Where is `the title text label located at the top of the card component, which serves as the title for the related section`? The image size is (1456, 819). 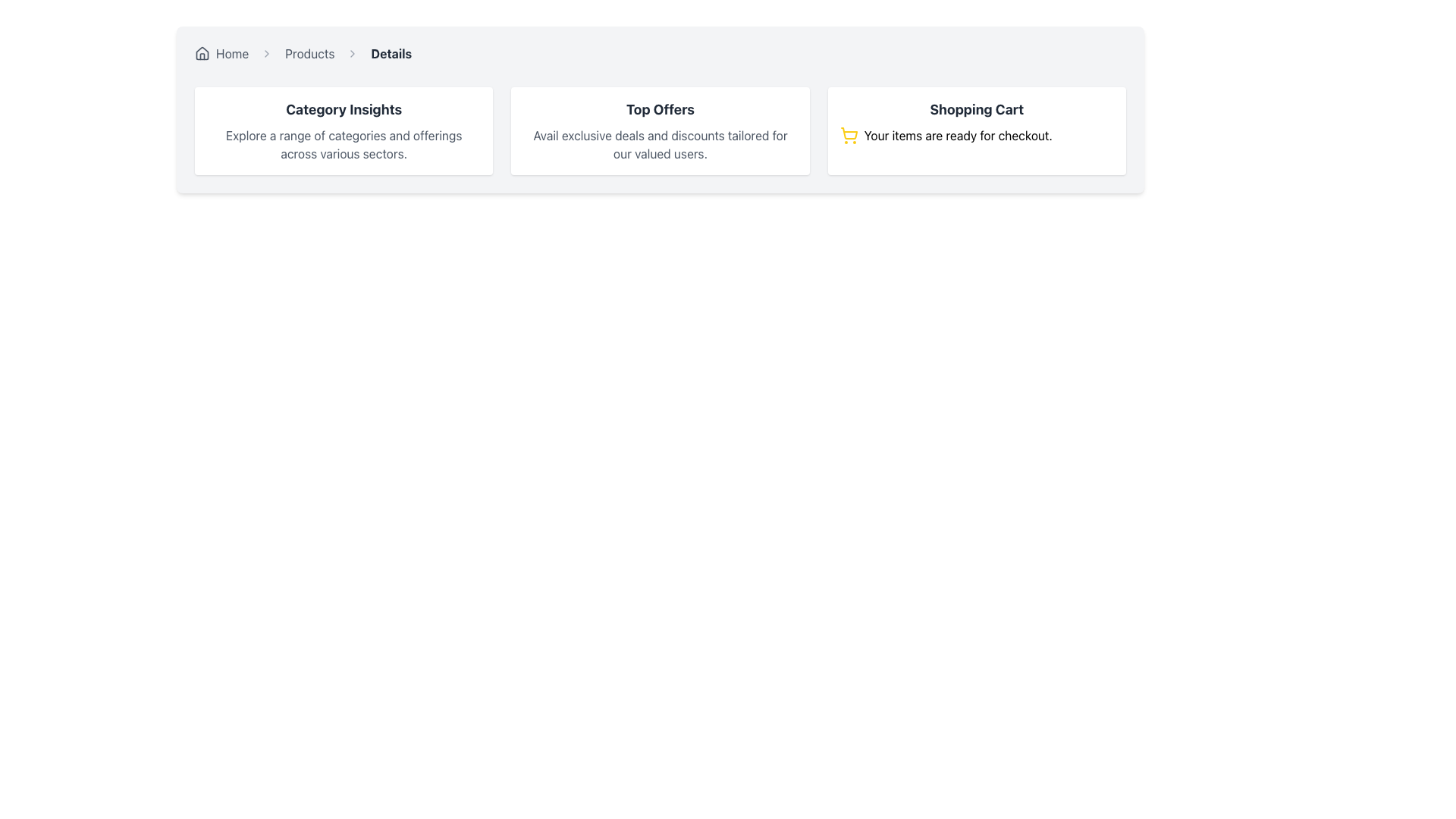 the title text label located at the top of the card component, which serves as the title for the related section is located at coordinates (343, 109).